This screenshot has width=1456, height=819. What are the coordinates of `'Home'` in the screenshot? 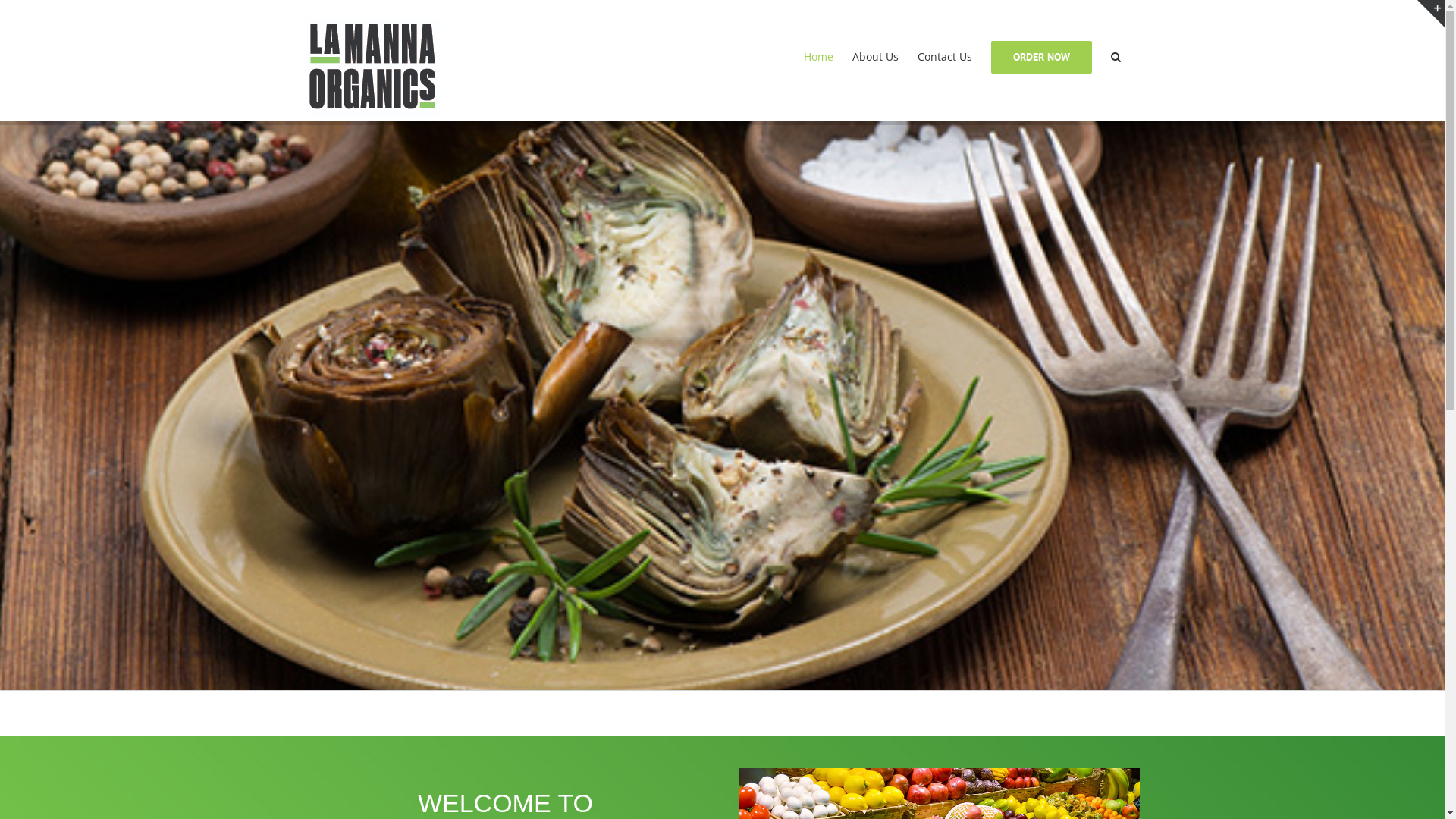 It's located at (803, 55).